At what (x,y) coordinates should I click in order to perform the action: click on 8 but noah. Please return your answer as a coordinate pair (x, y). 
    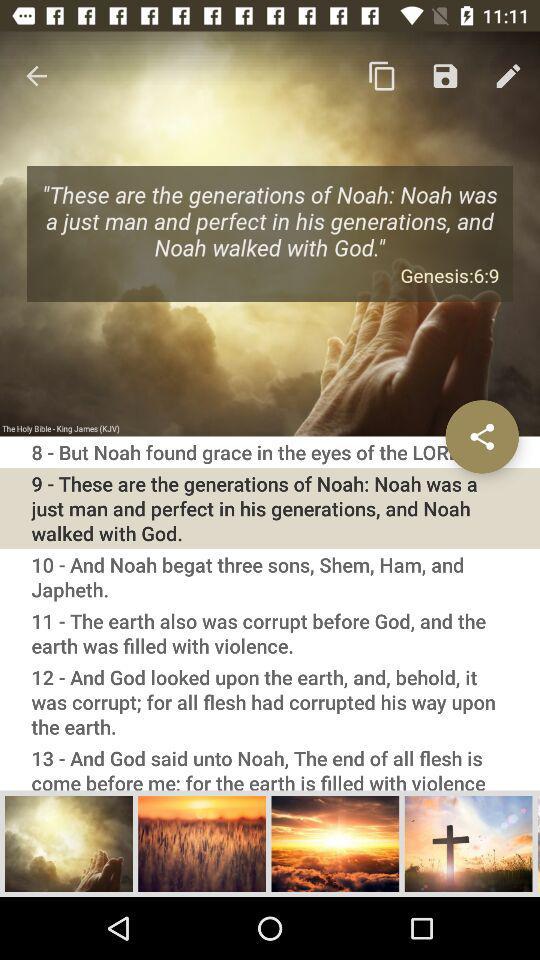
    Looking at the image, I should click on (270, 452).